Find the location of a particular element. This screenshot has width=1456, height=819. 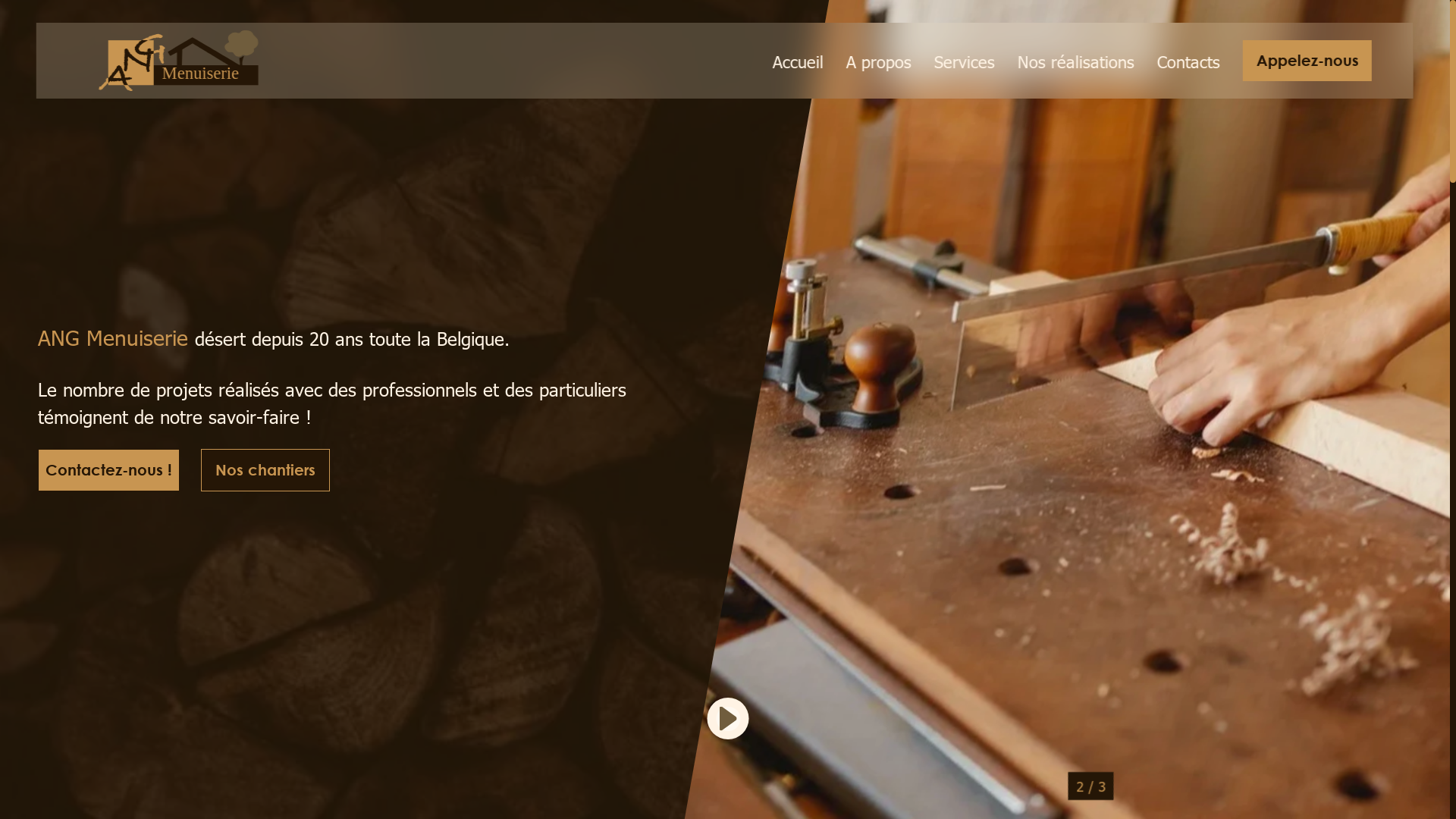

'Services' is located at coordinates (964, 60).